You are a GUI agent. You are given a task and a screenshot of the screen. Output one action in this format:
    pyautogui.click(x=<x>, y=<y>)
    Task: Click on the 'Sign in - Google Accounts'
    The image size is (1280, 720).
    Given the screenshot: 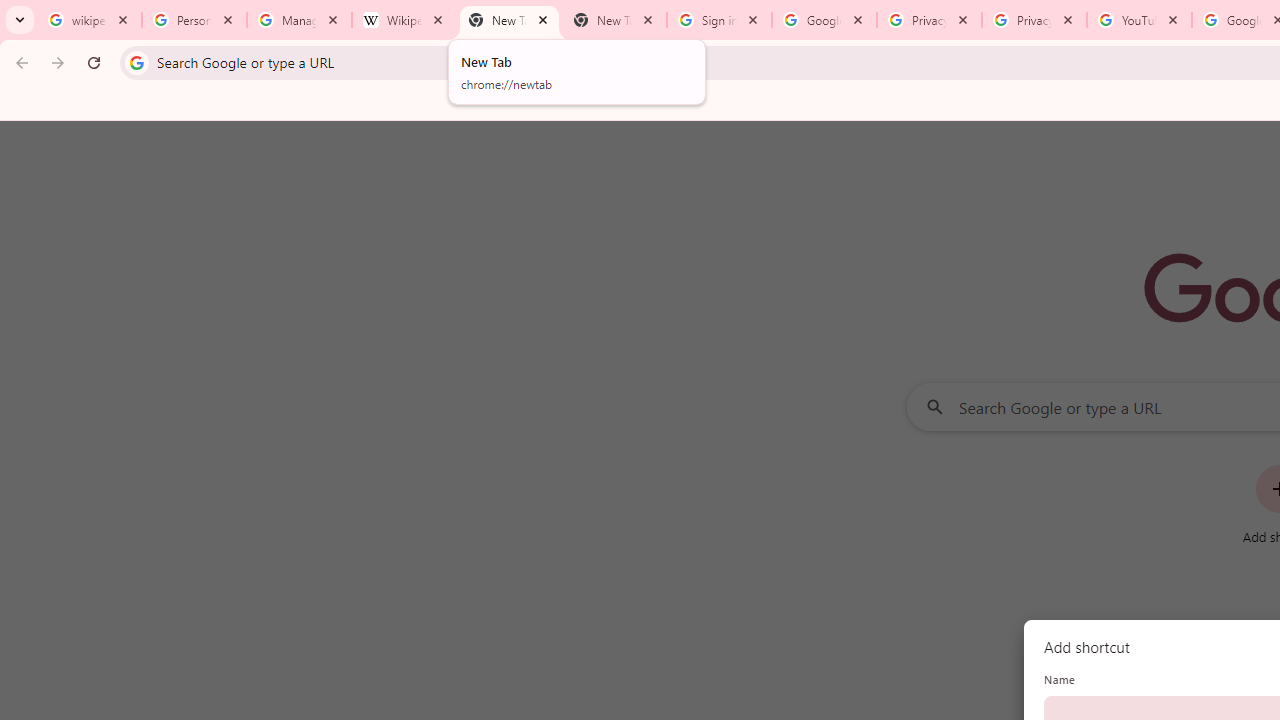 What is the action you would take?
    pyautogui.click(x=719, y=20)
    